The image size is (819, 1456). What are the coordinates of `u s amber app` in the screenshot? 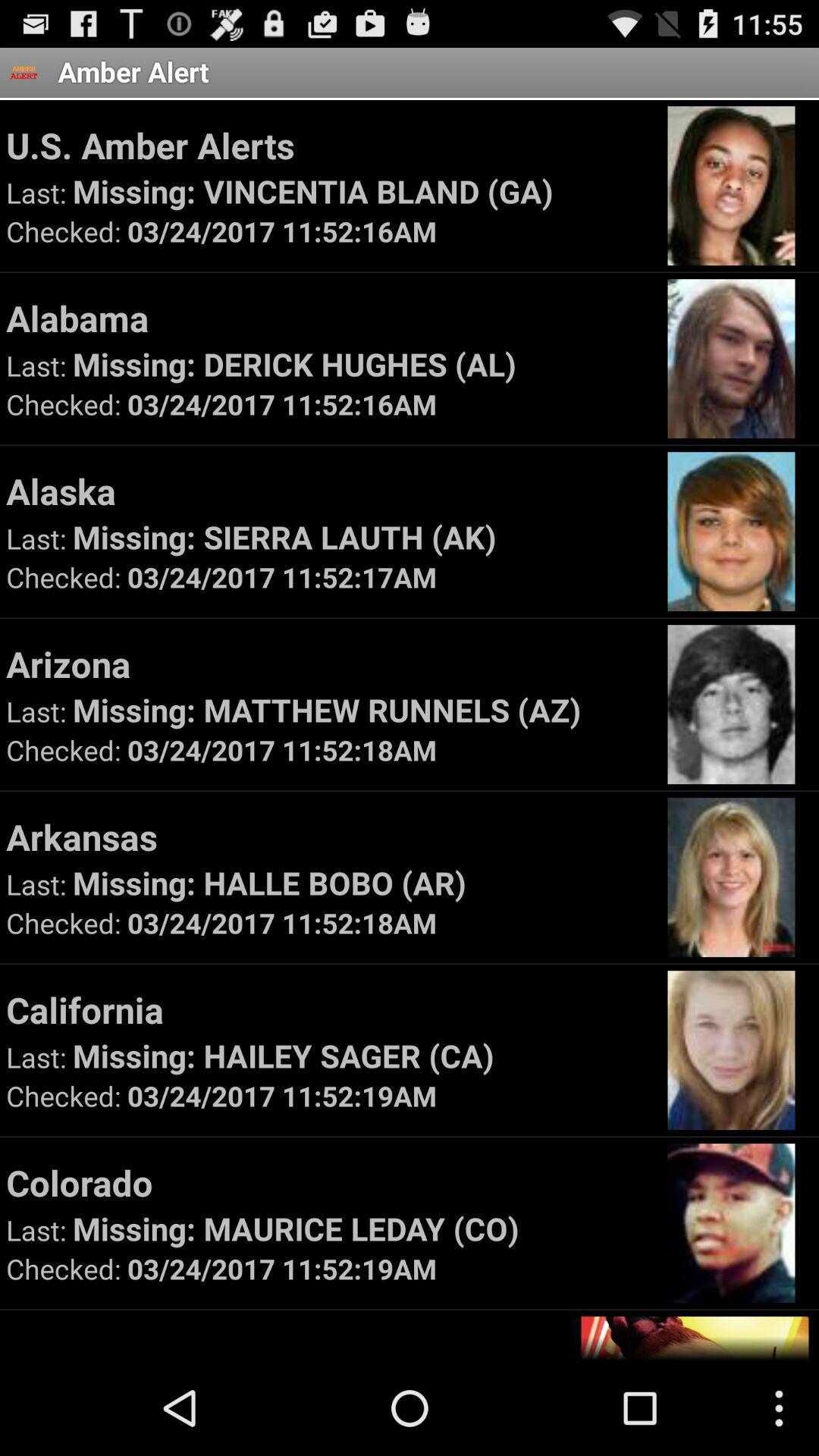 It's located at (329, 145).